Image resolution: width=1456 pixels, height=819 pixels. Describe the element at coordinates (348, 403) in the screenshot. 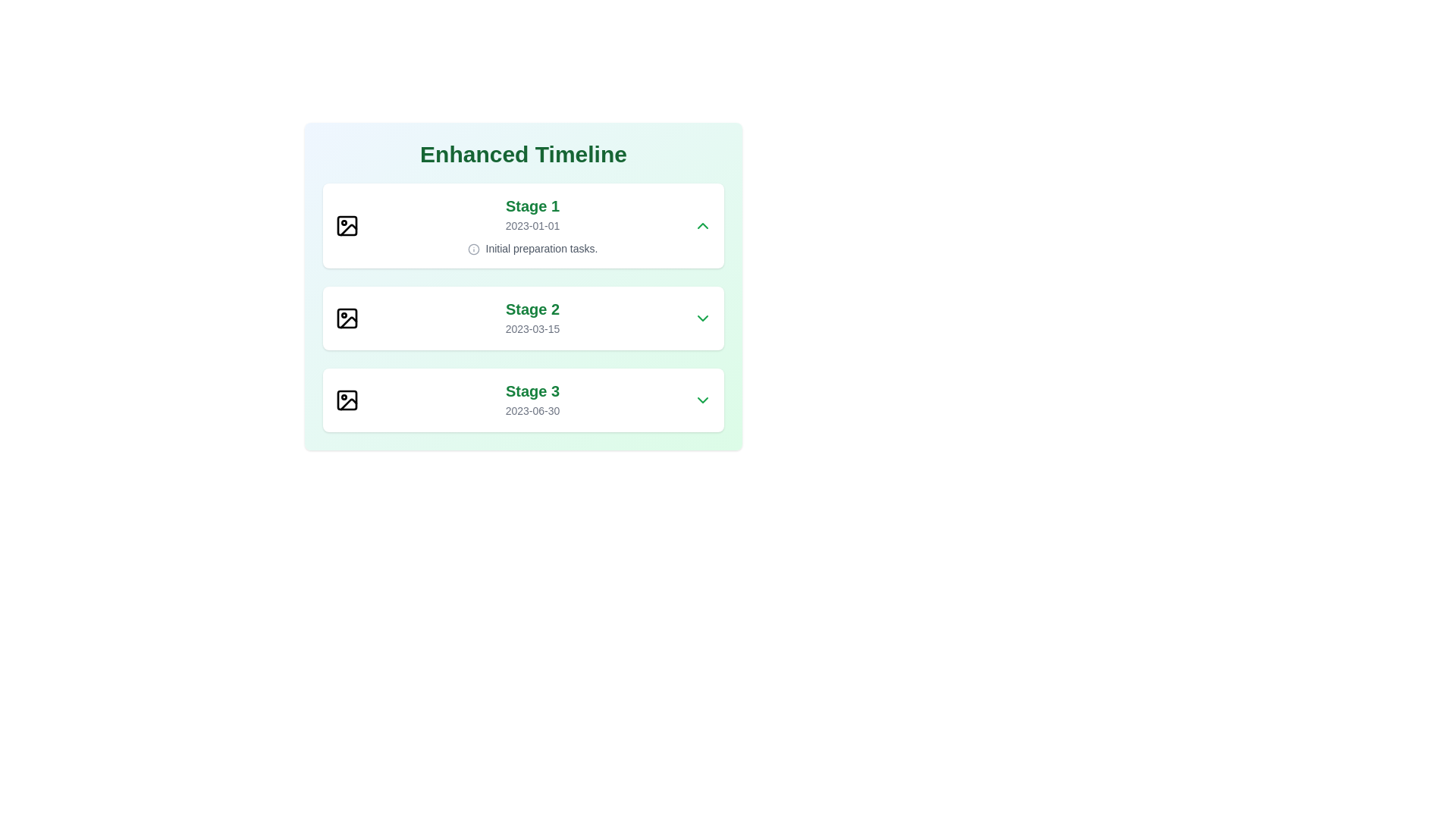

I see `the photo icon element adjacent to the heading for 'Stage 3', which features an angular line pattern in its lower-left region` at that location.